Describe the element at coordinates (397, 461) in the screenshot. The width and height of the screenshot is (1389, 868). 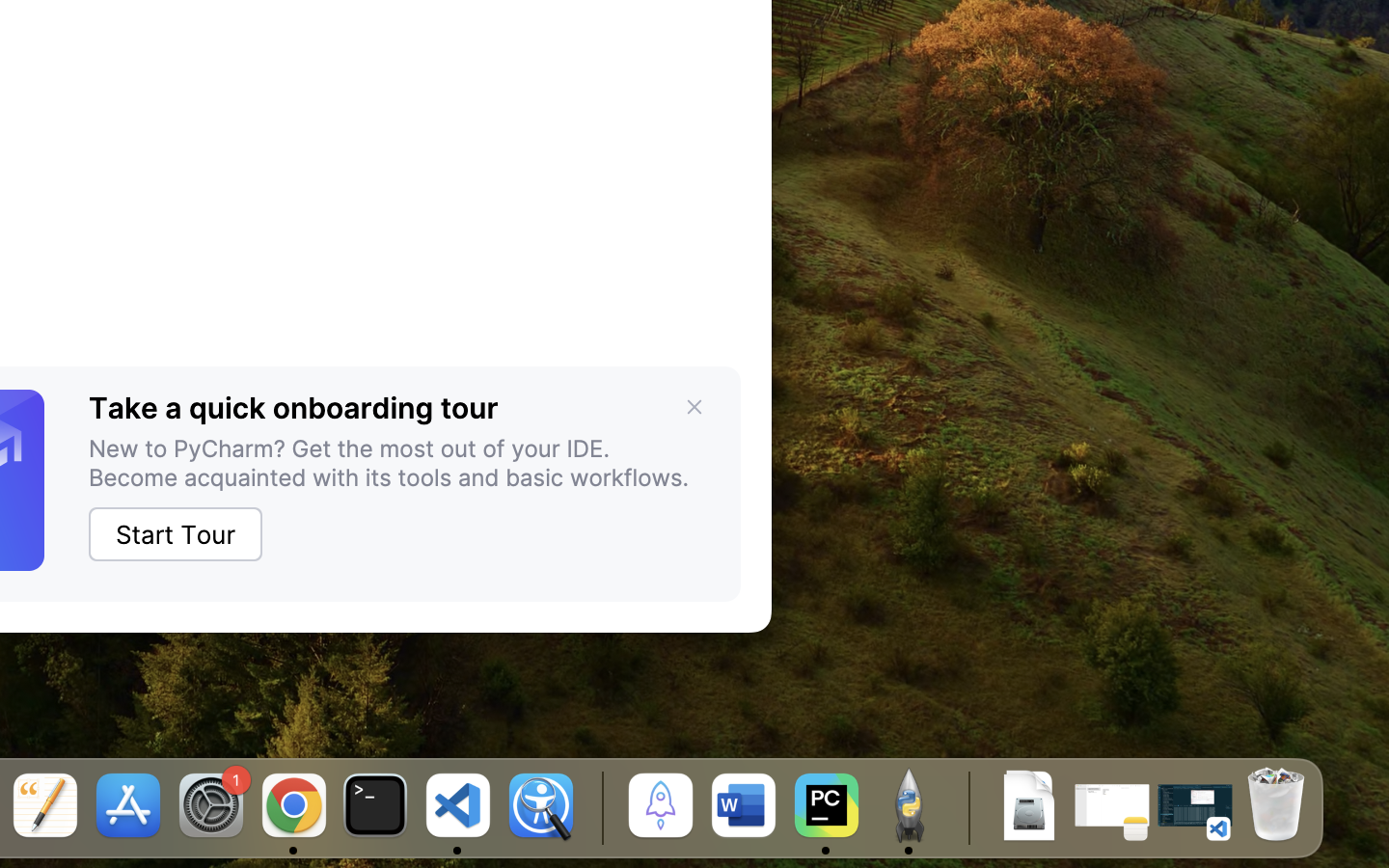
I see `'New to PyCharm? Get the most out of your IDE. Become acquainted with its tools and basic workflows.'` at that location.